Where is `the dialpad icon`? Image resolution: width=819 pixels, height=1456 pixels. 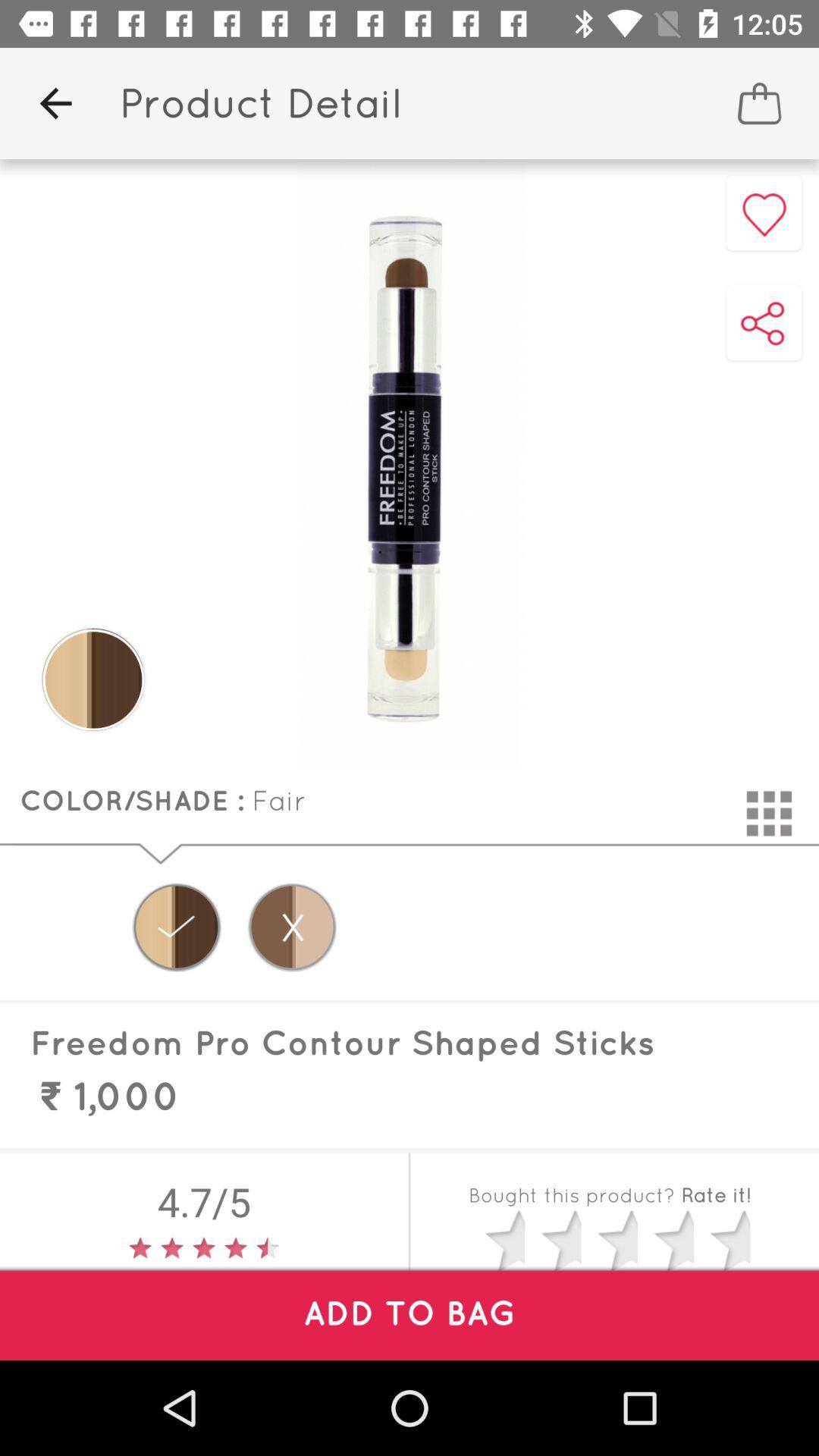 the dialpad icon is located at coordinates (769, 812).